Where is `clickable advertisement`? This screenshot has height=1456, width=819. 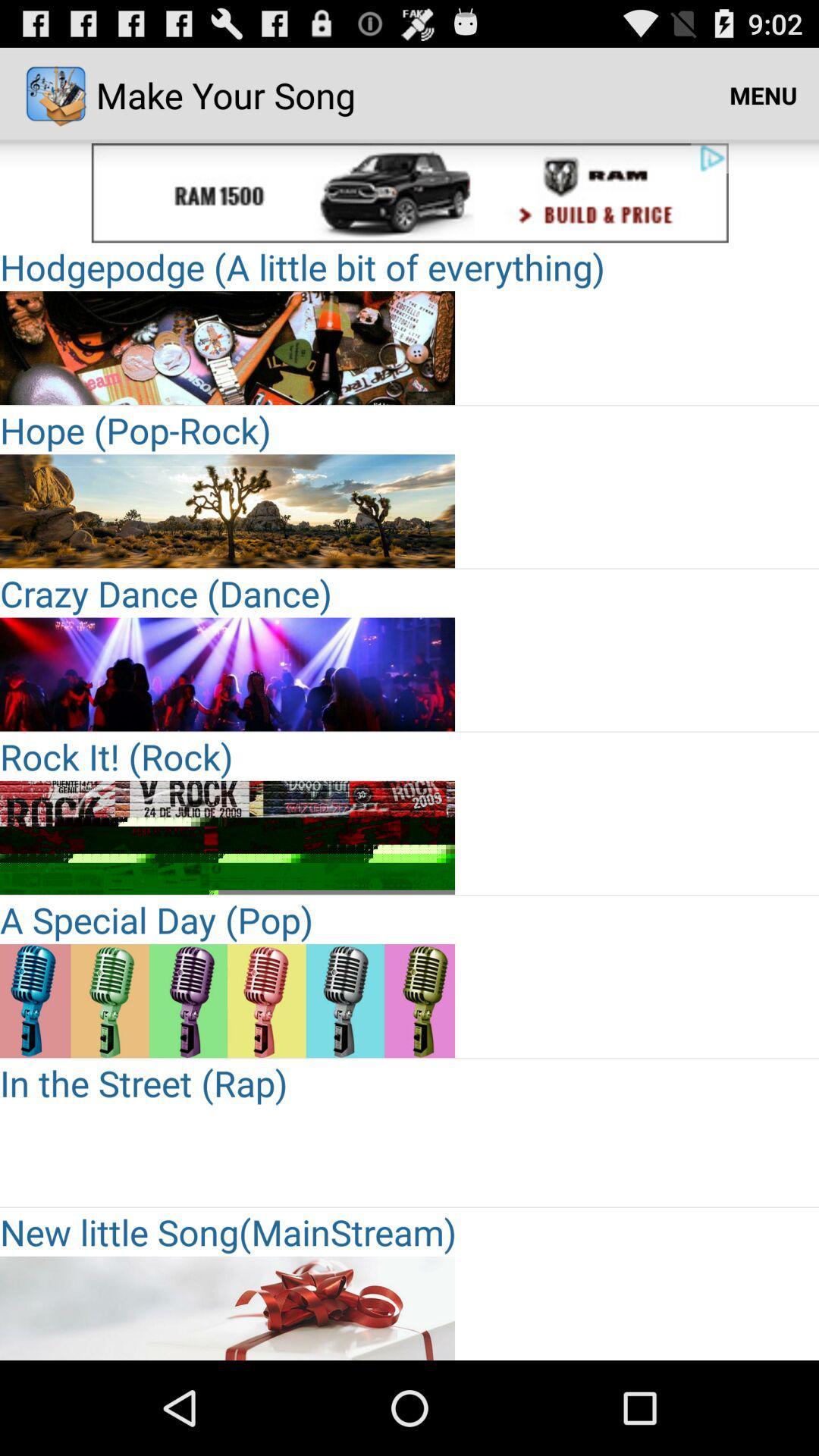 clickable advertisement is located at coordinates (227, 192).